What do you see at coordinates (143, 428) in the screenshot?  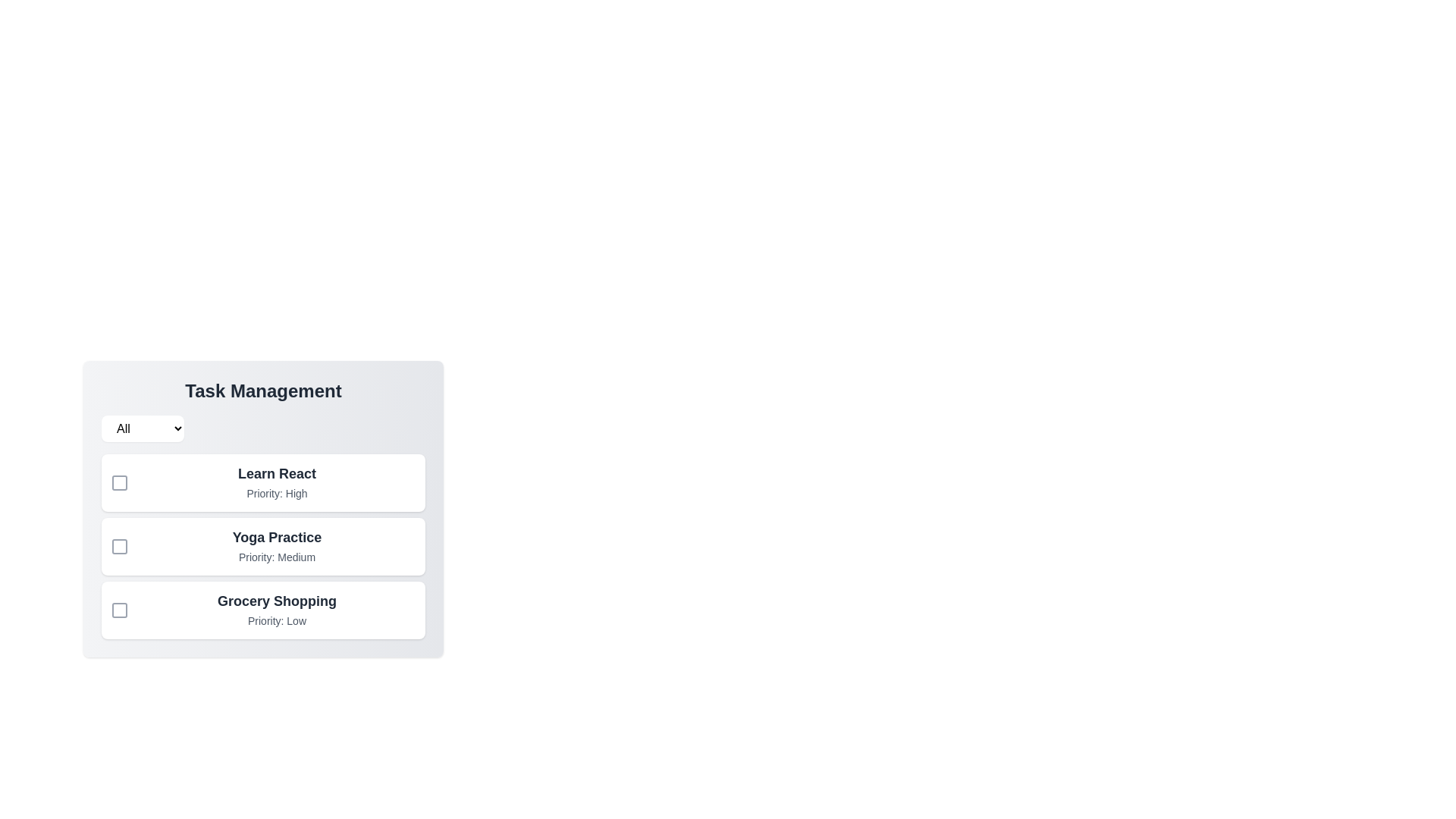 I see `the filter dropdown and choose the Medium option` at bounding box center [143, 428].